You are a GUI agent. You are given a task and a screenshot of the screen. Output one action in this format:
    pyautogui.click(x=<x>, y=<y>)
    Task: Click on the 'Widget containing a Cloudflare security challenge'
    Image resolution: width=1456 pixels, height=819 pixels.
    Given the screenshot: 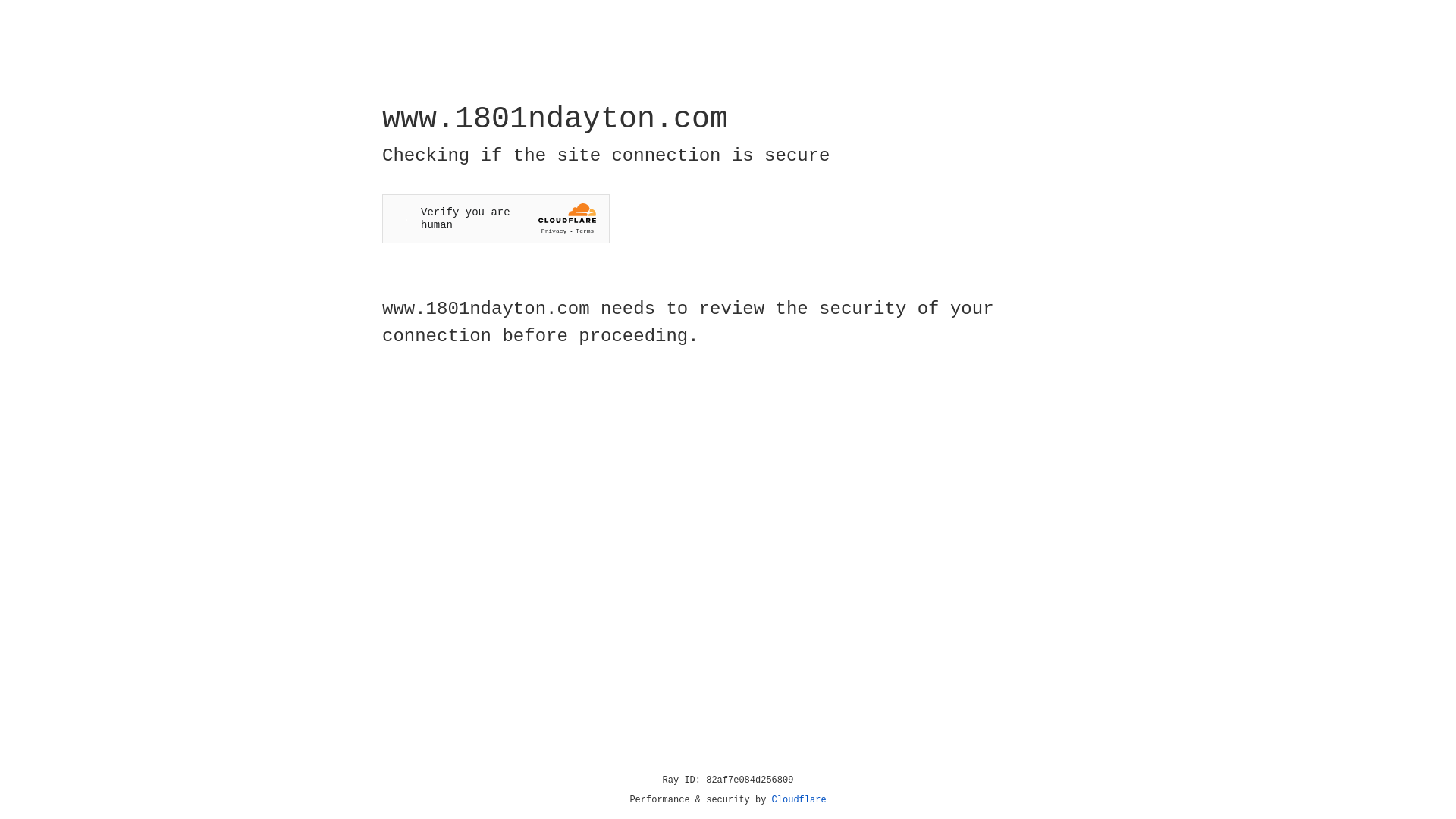 What is the action you would take?
    pyautogui.click(x=495, y=218)
    